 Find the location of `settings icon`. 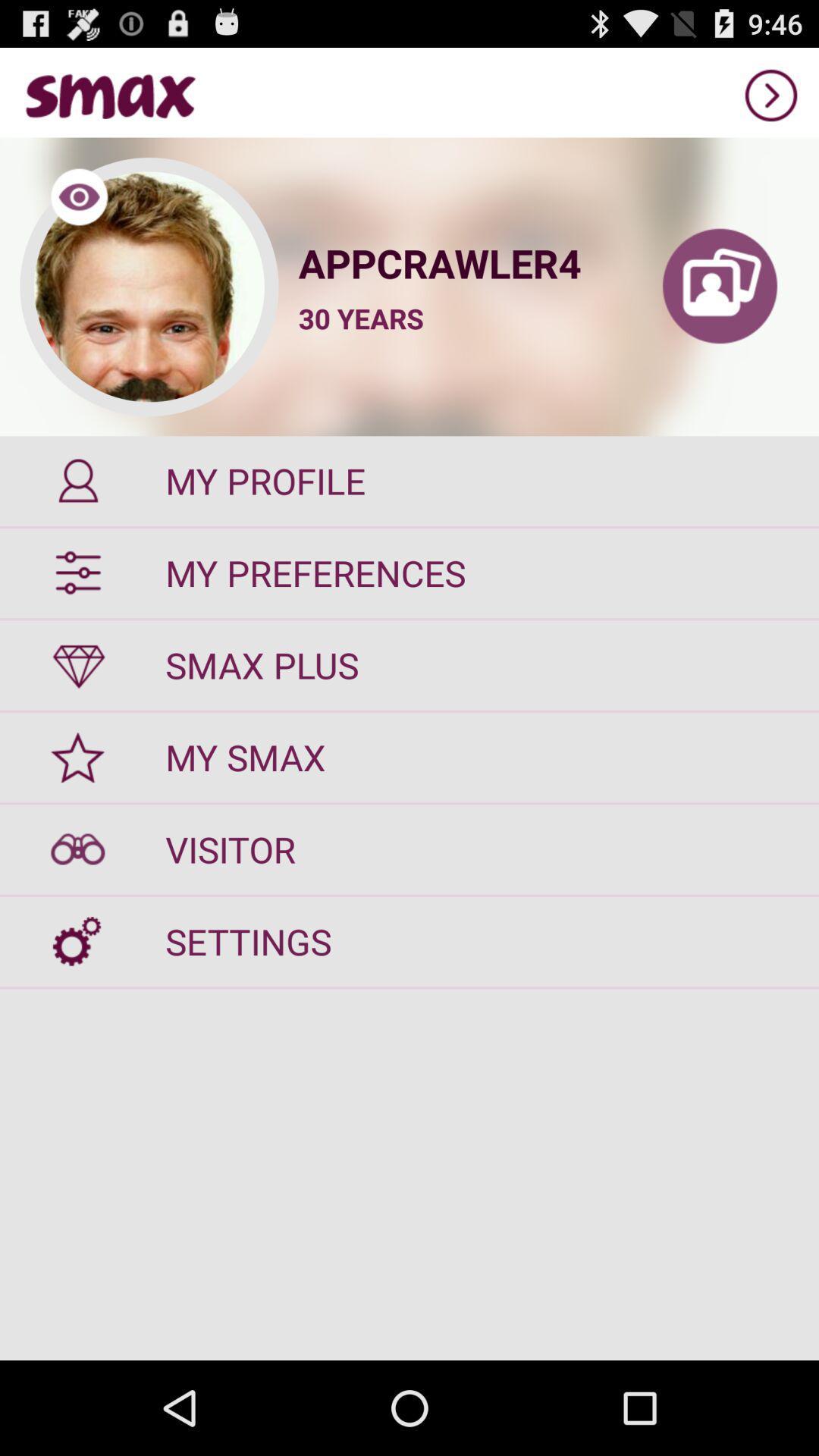

settings icon is located at coordinates (409, 941).